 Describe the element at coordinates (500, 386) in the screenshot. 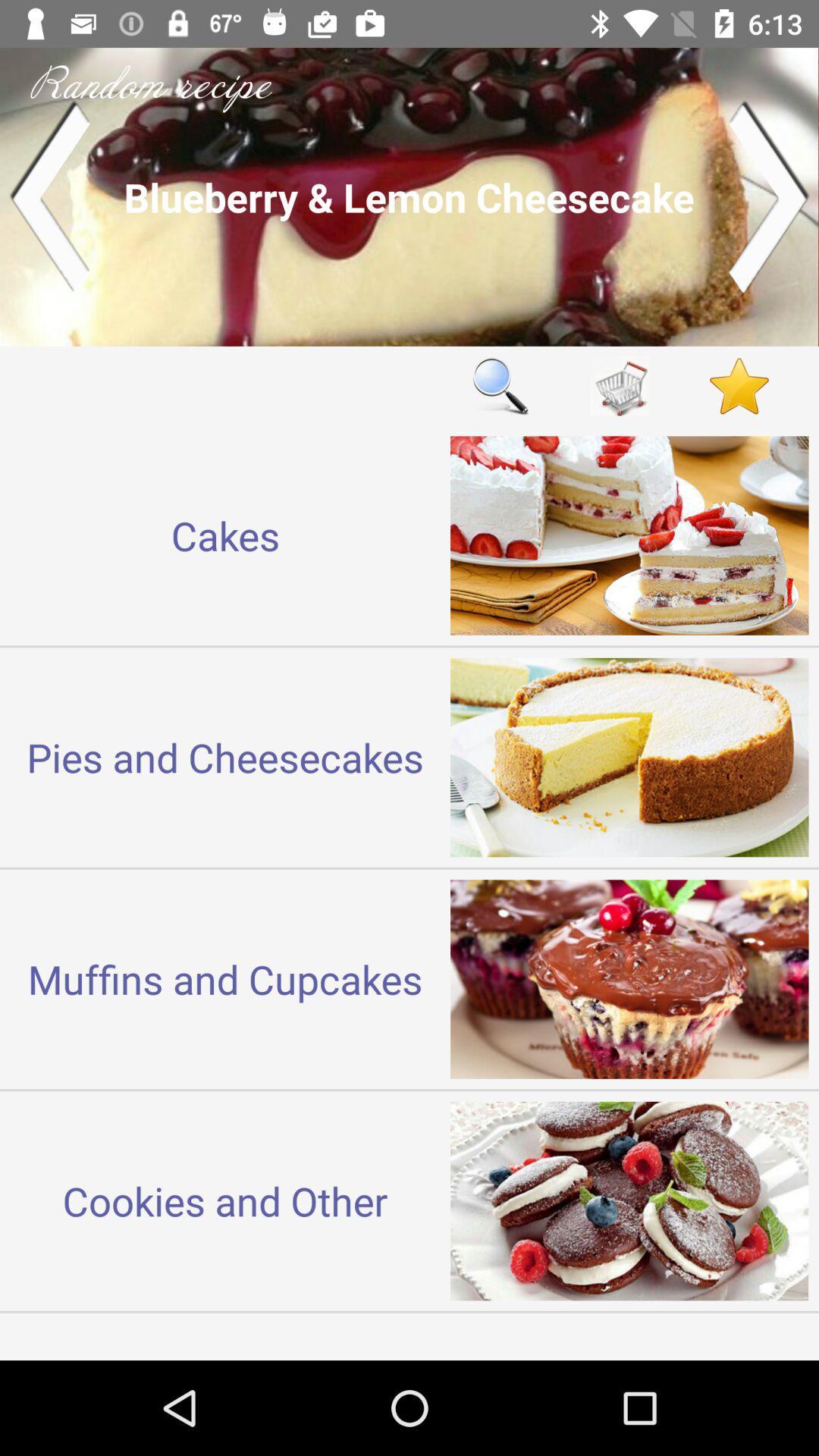

I see `search button` at that location.